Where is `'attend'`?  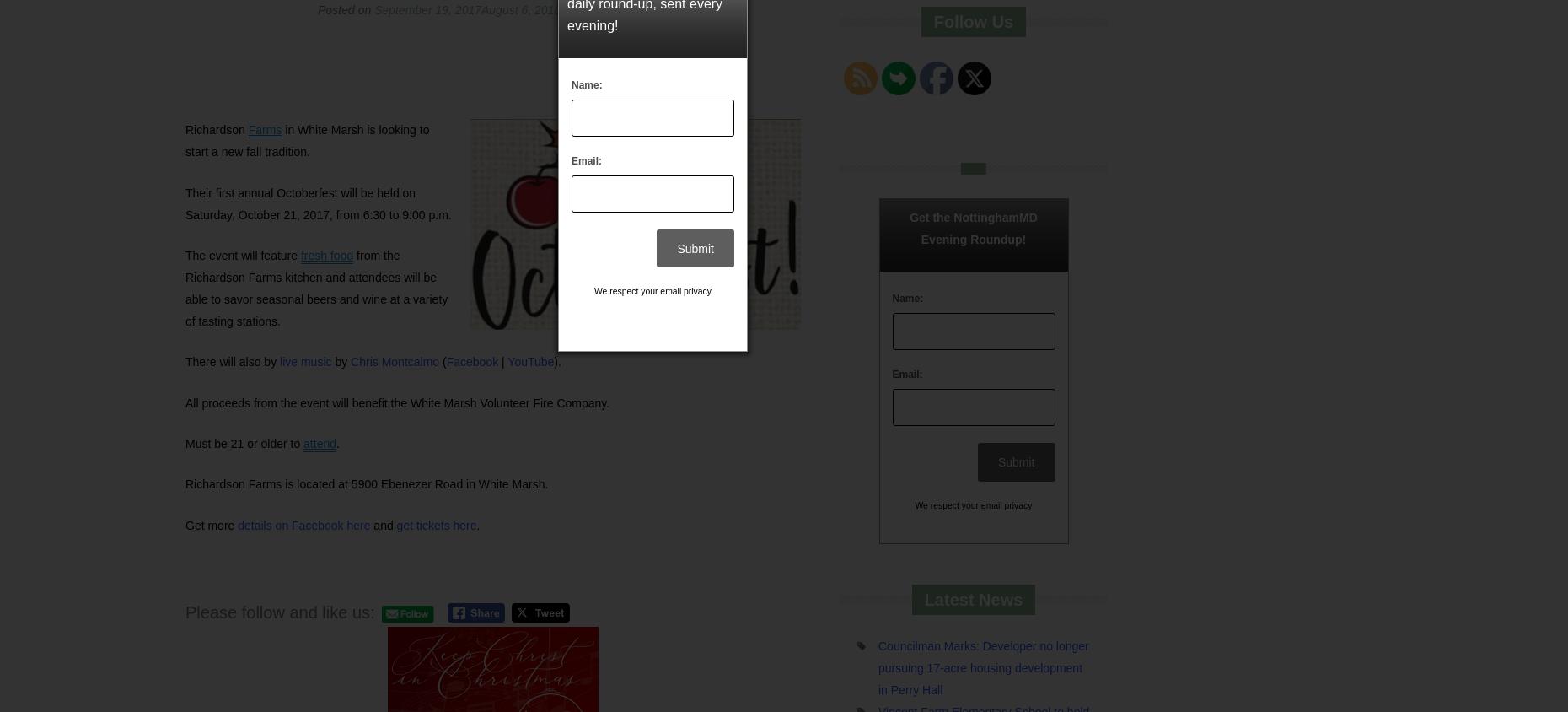 'attend' is located at coordinates (319, 442).